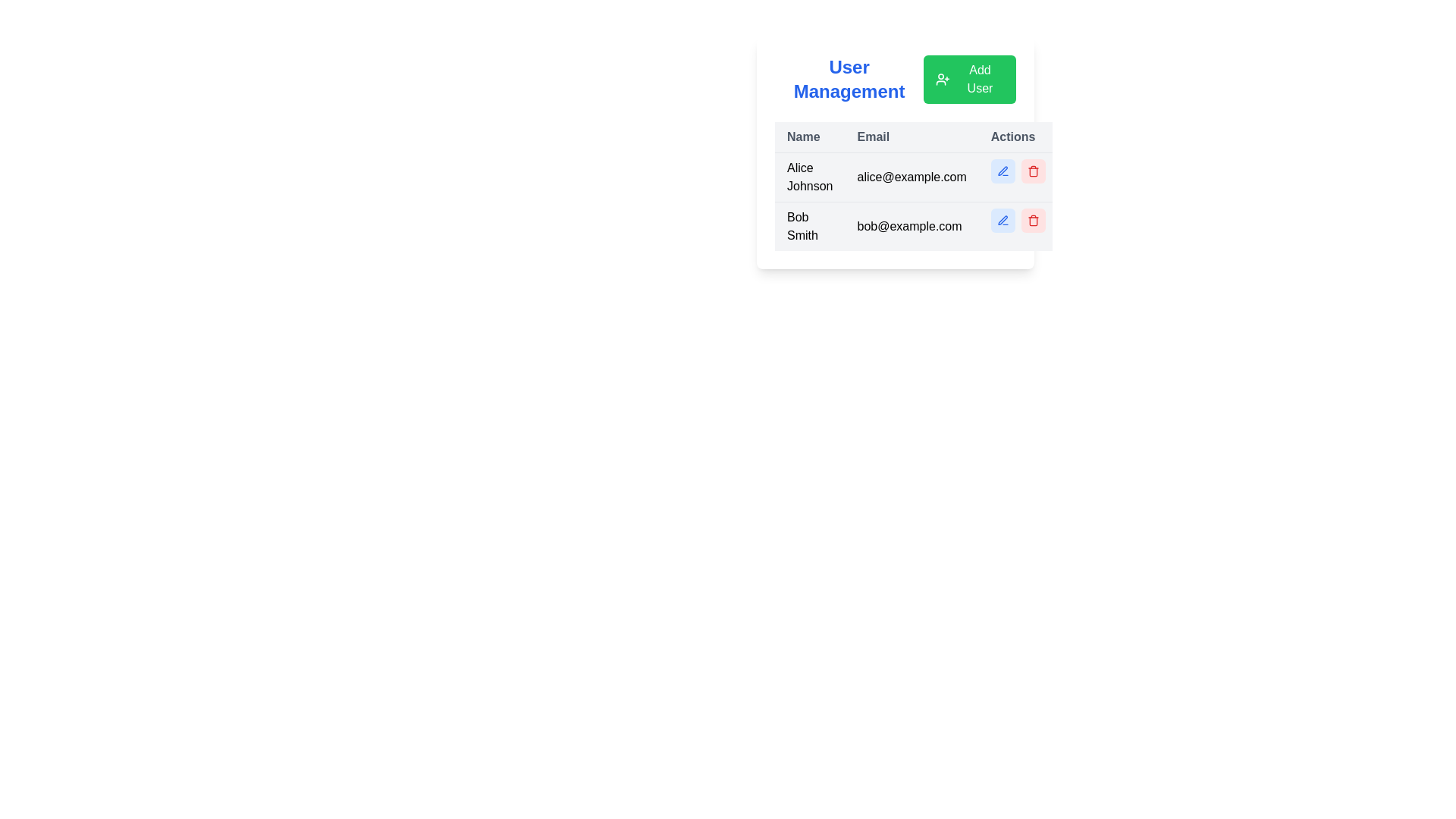 The height and width of the screenshot is (819, 1456). What do you see at coordinates (942, 79) in the screenshot?
I see `the 'Add User' icon located to the left of the 'Add User' text within the button` at bounding box center [942, 79].